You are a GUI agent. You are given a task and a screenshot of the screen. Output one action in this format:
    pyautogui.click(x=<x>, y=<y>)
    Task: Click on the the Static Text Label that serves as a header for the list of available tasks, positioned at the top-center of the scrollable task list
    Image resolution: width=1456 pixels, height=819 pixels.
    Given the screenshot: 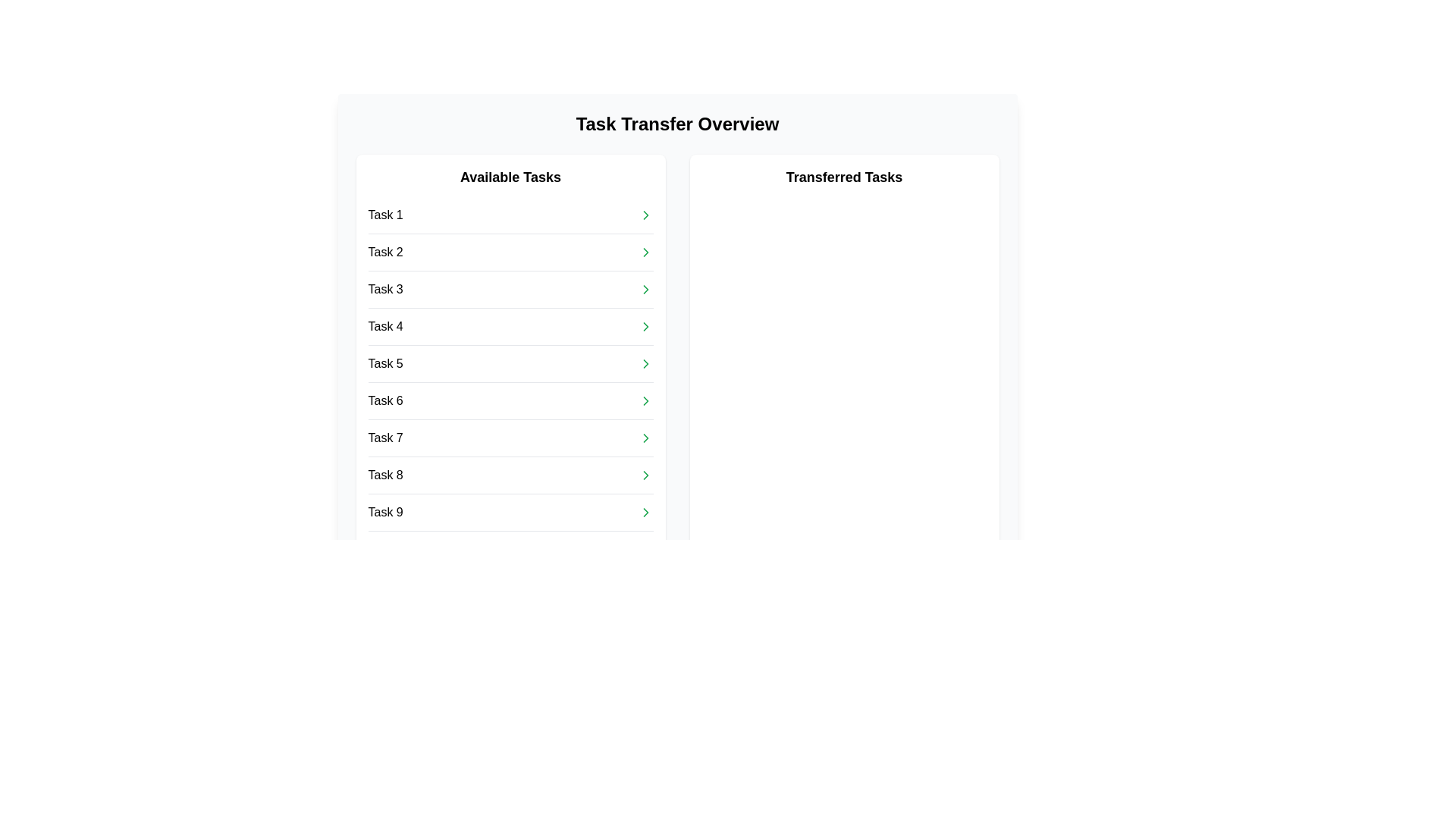 What is the action you would take?
    pyautogui.click(x=510, y=177)
    